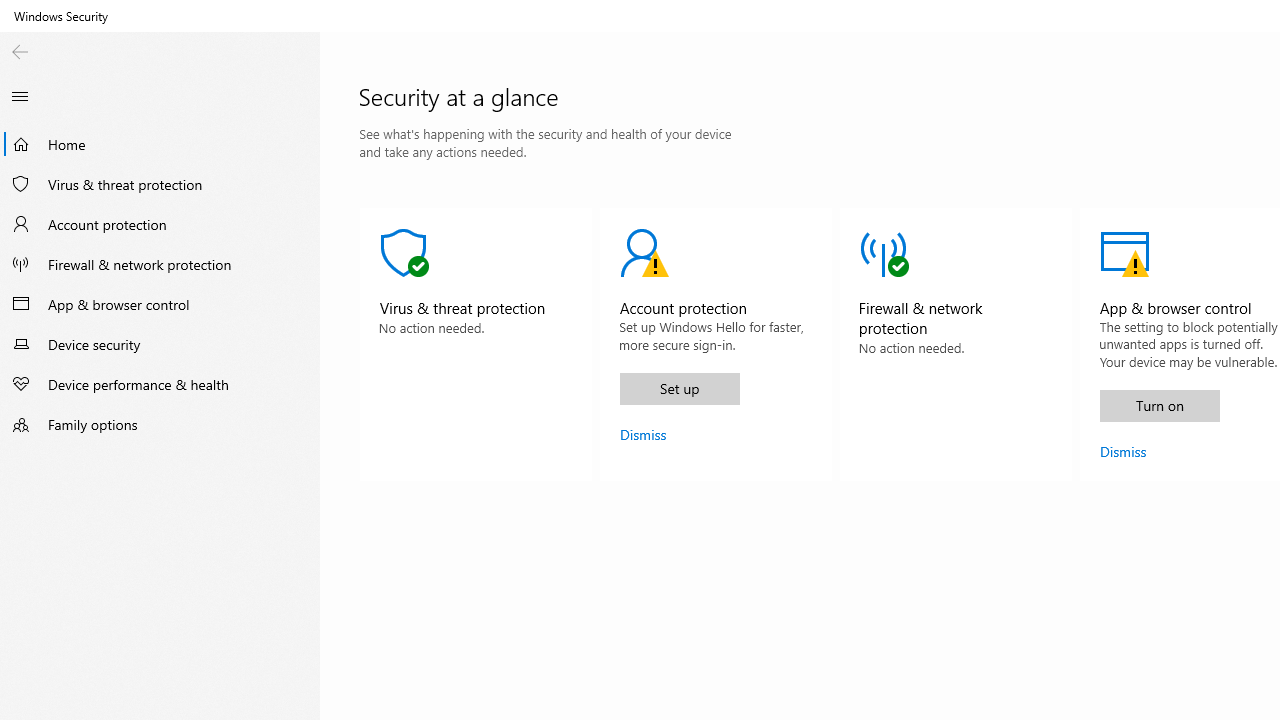  Describe the element at coordinates (716, 343) in the screenshot. I see `'Account protectionAction Recommended.'` at that location.